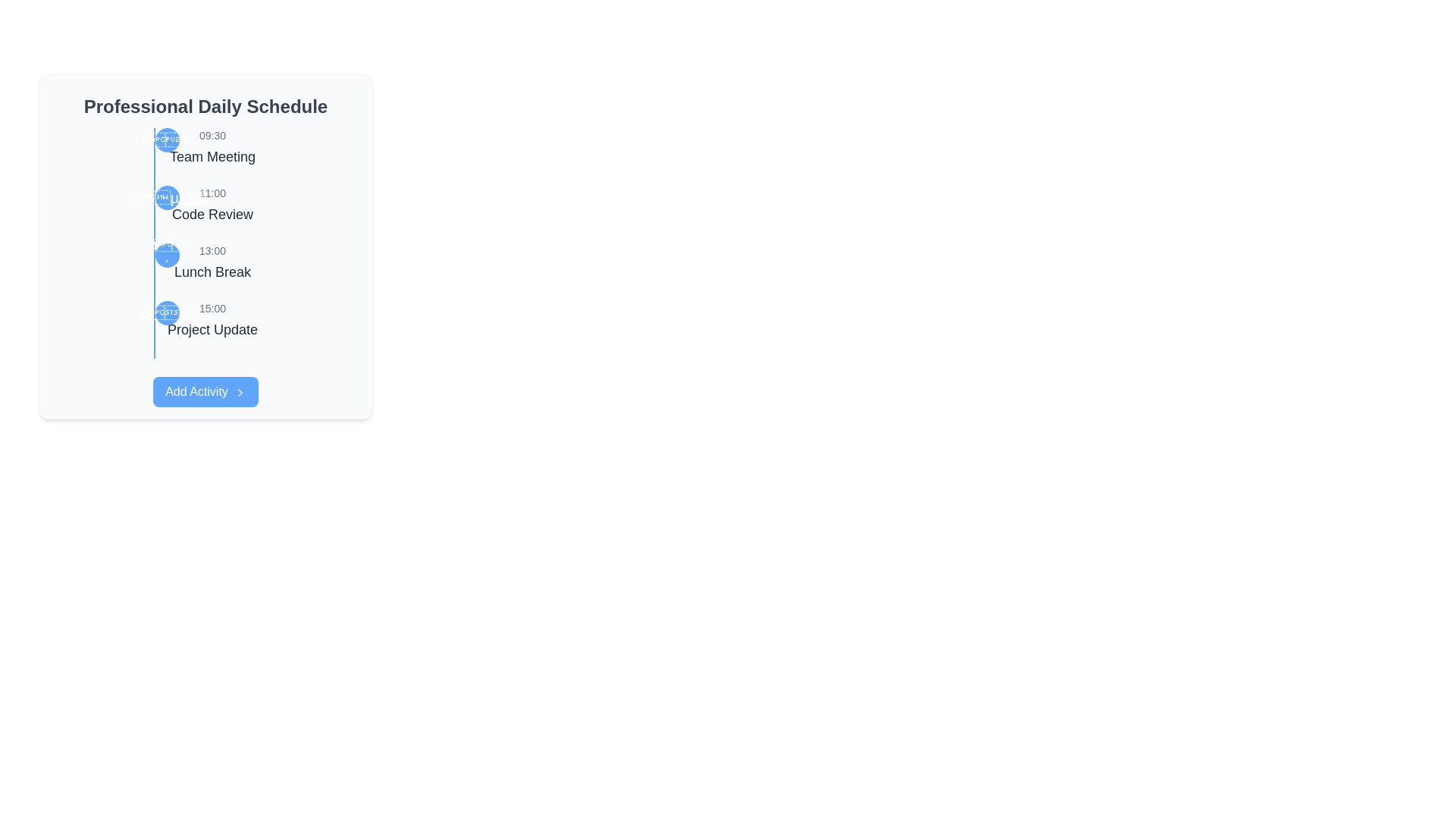 Image resolution: width=1456 pixels, height=819 pixels. I want to click on the circular blue icon with white text '📈' located to the left of the '15:00 Project Update' entry in the timeline interface, so click(167, 312).